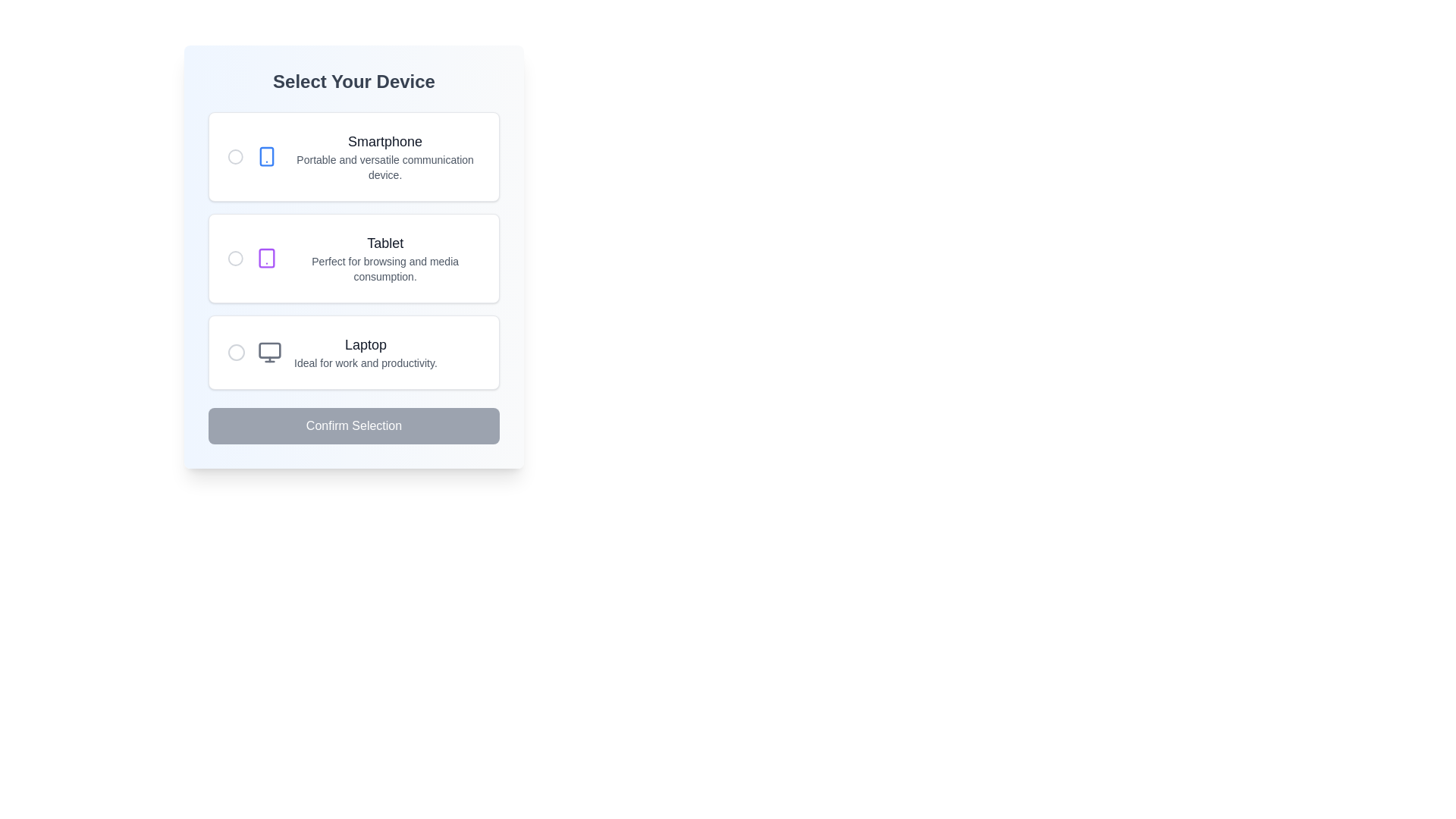 This screenshot has height=819, width=1456. Describe the element at coordinates (353, 250) in the screenshot. I see `the 'Tablet' option card, which is styled with a white background and a purple icon, positioned as the second item in the list under 'Select Your Device'` at that location.